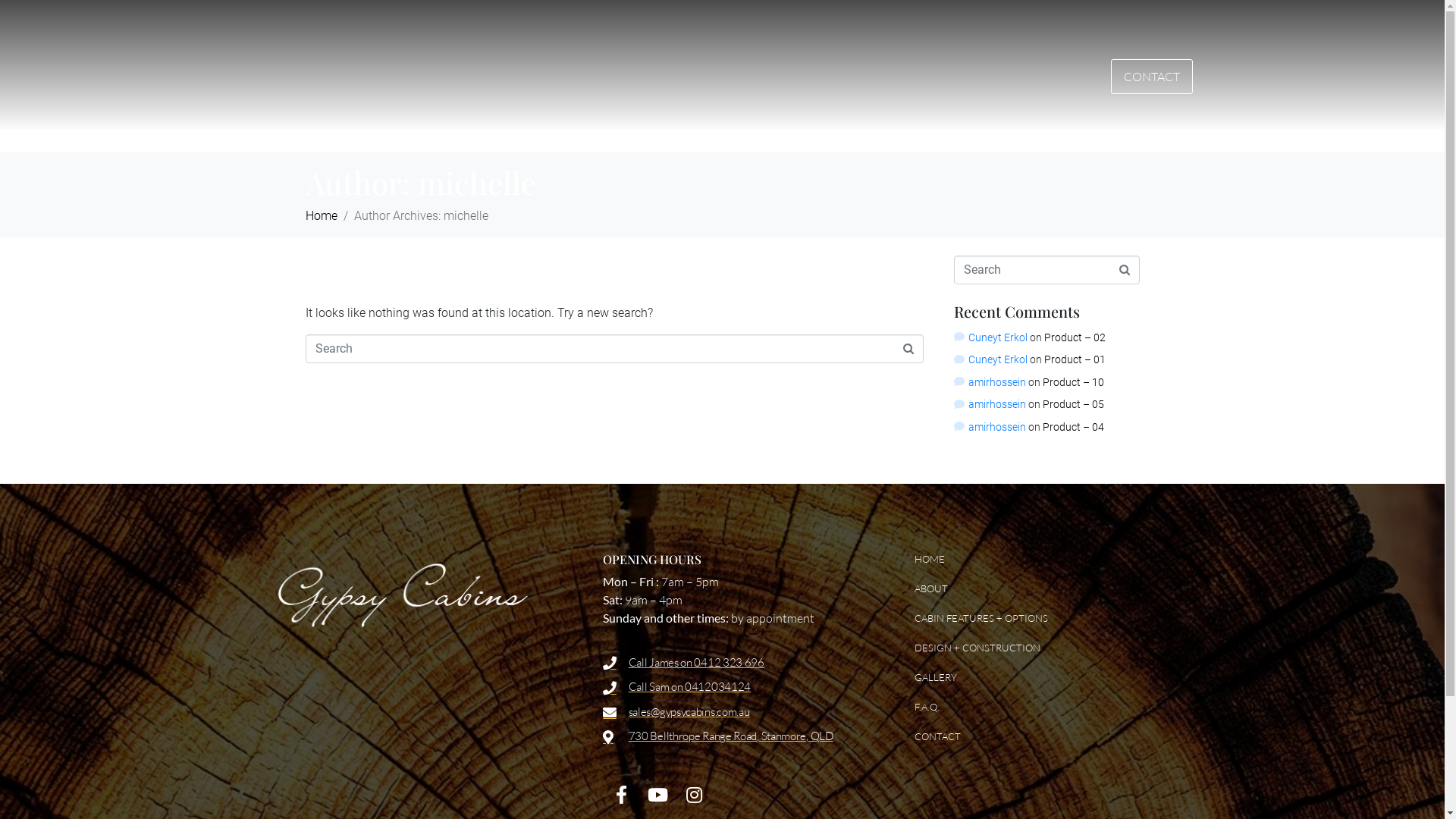  I want to click on 'CONTACT', so click(1151, 76).